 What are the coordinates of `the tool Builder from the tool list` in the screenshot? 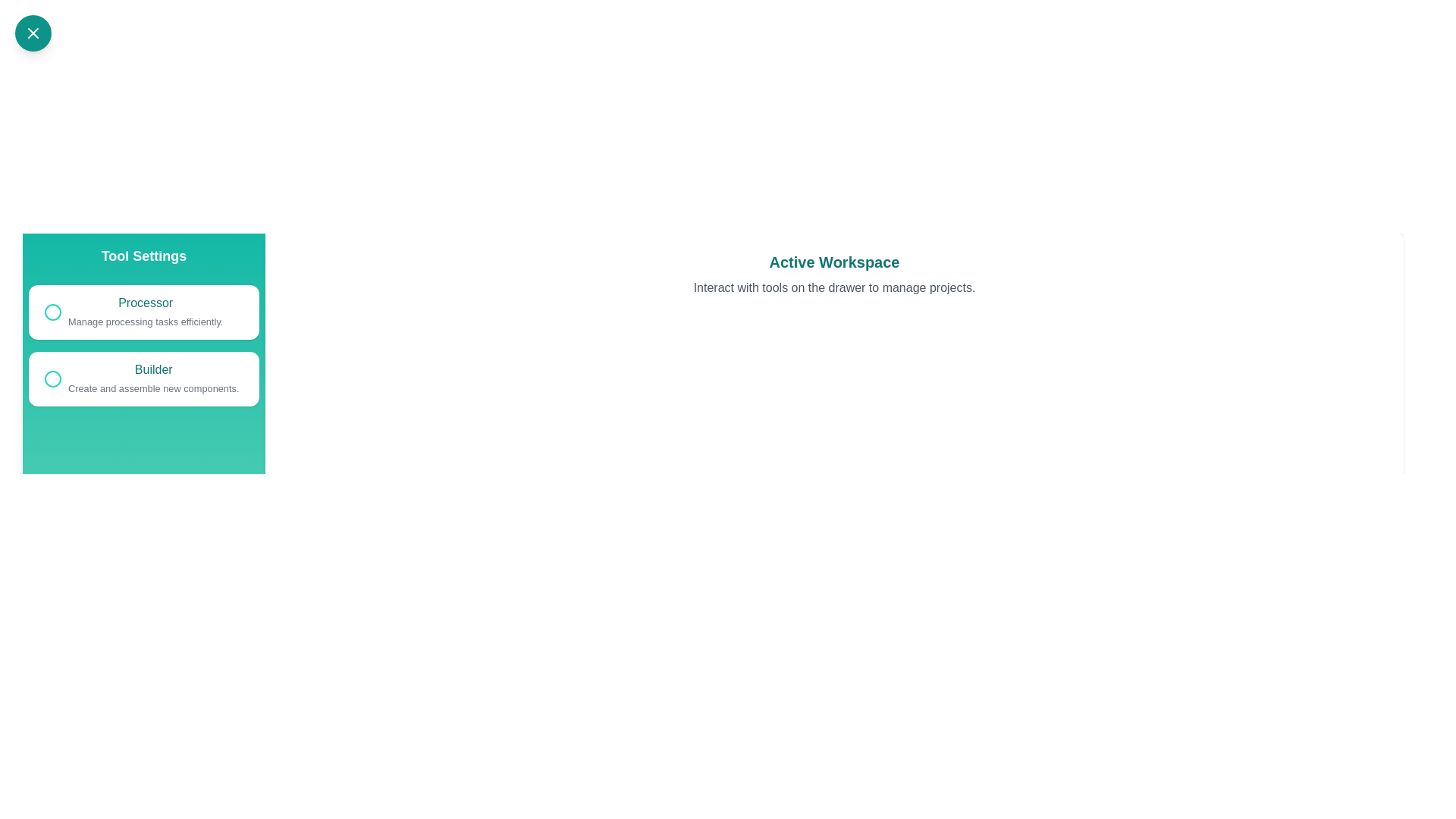 It's located at (144, 378).